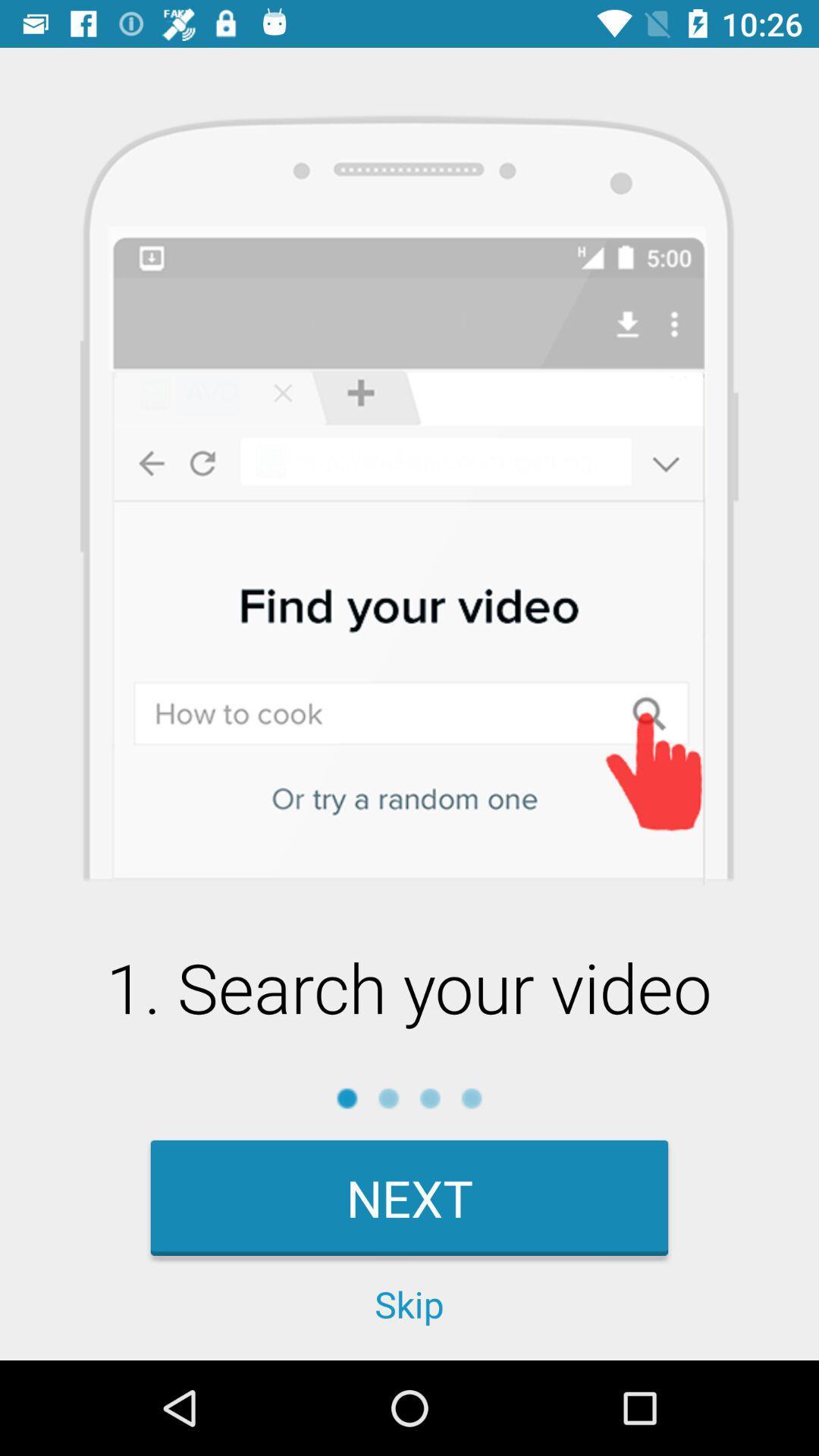  I want to click on skip item, so click(409, 1303).